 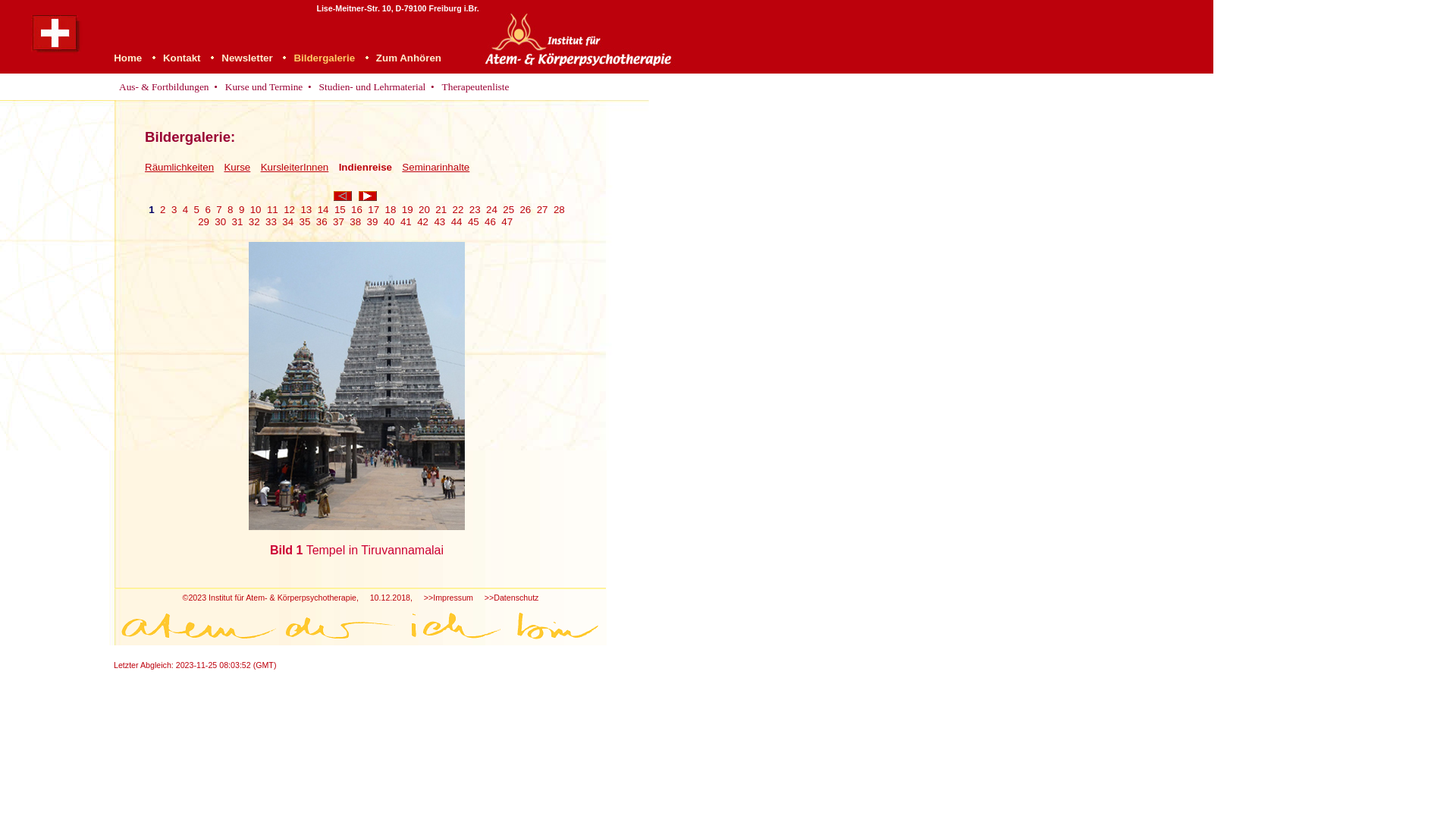 What do you see at coordinates (438, 221) in the screenshot?
I see `'43'` at bounding box center [438, 221].